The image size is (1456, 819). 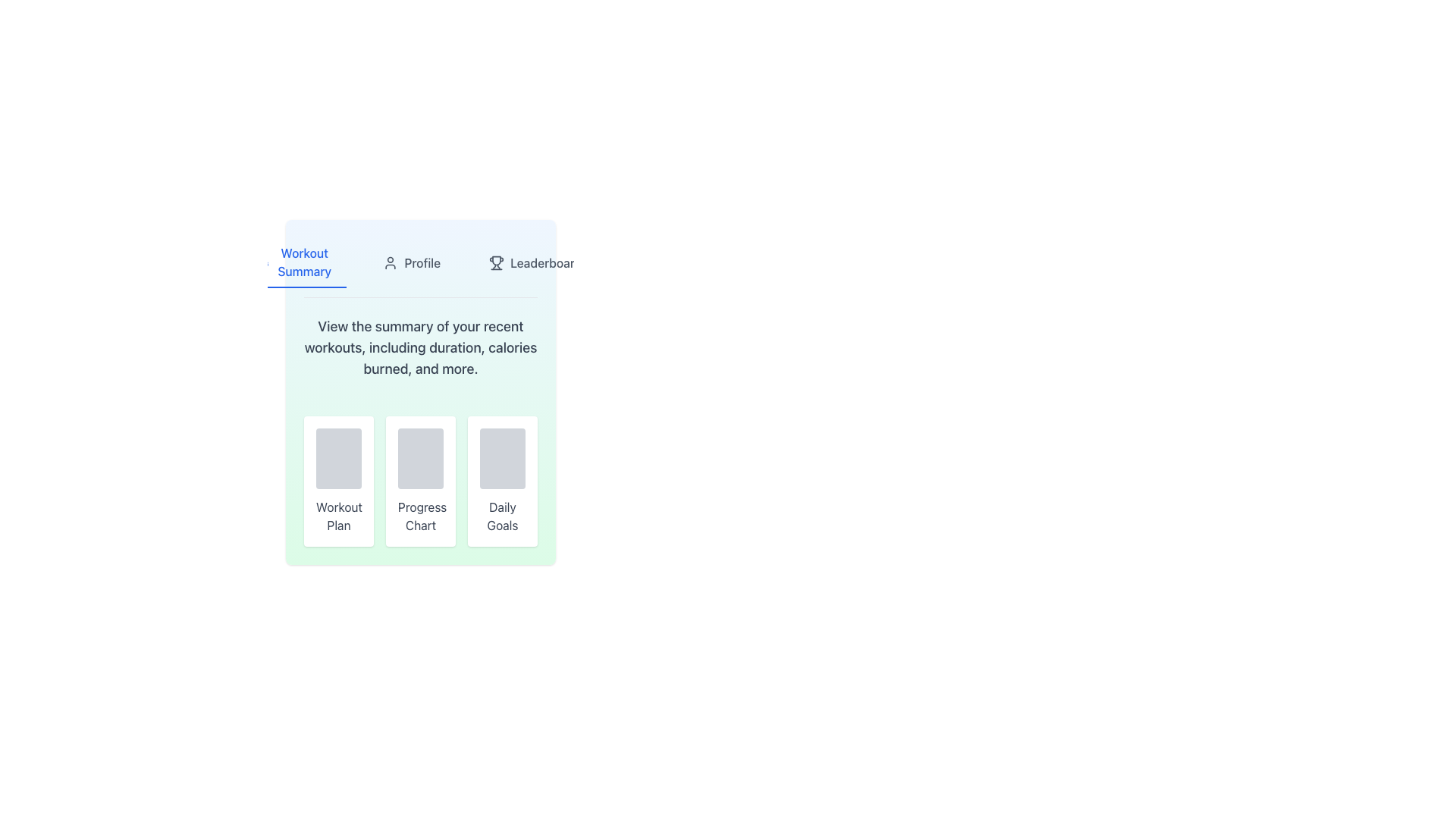 What do you see at coordinates (303, 262) in the screenshot?
I see `the 'Workout Summary' navigation header` at bounding box center [303, 262].